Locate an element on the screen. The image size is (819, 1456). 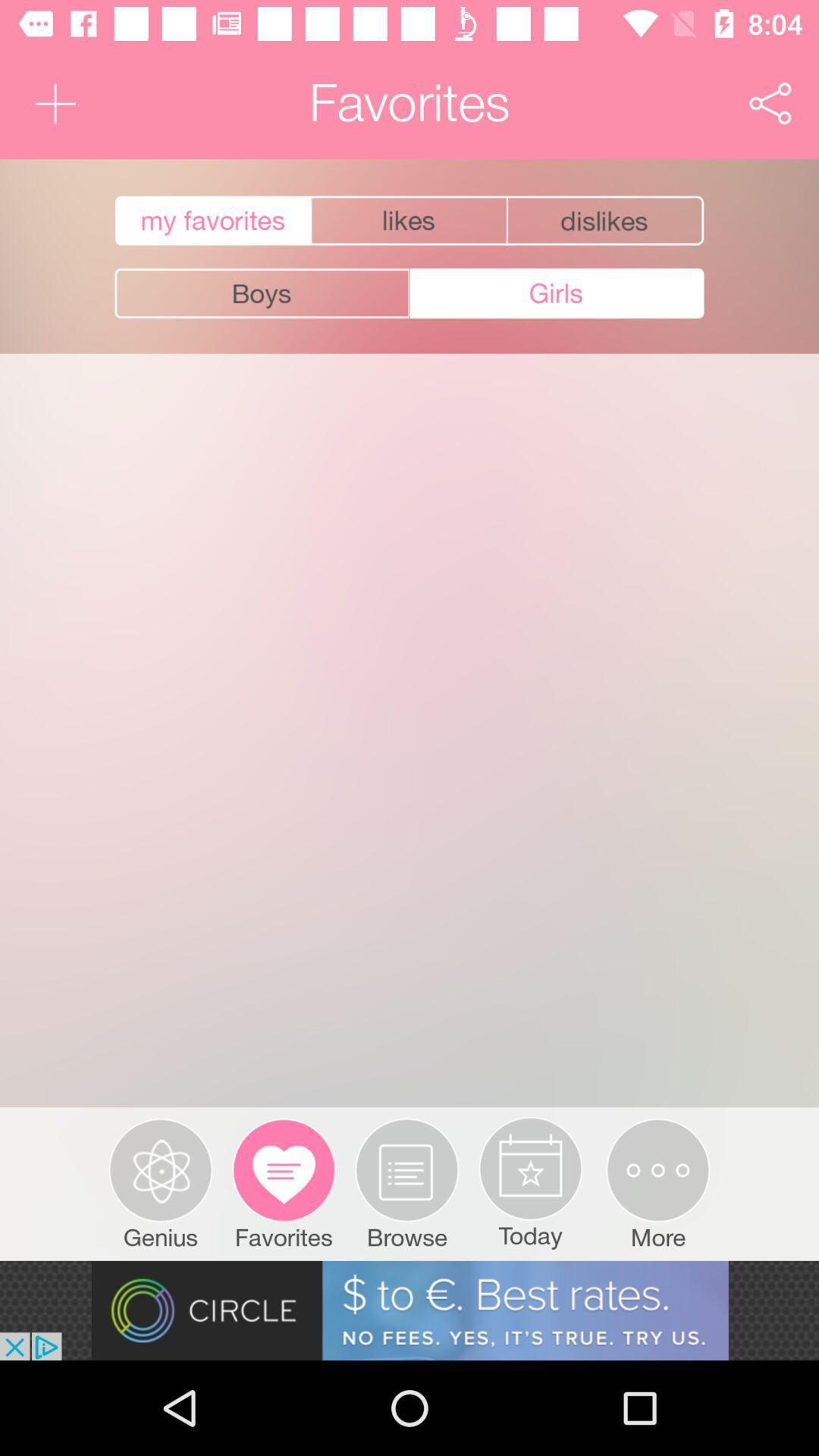
the button next to boys is located at coordinates (557, 293).